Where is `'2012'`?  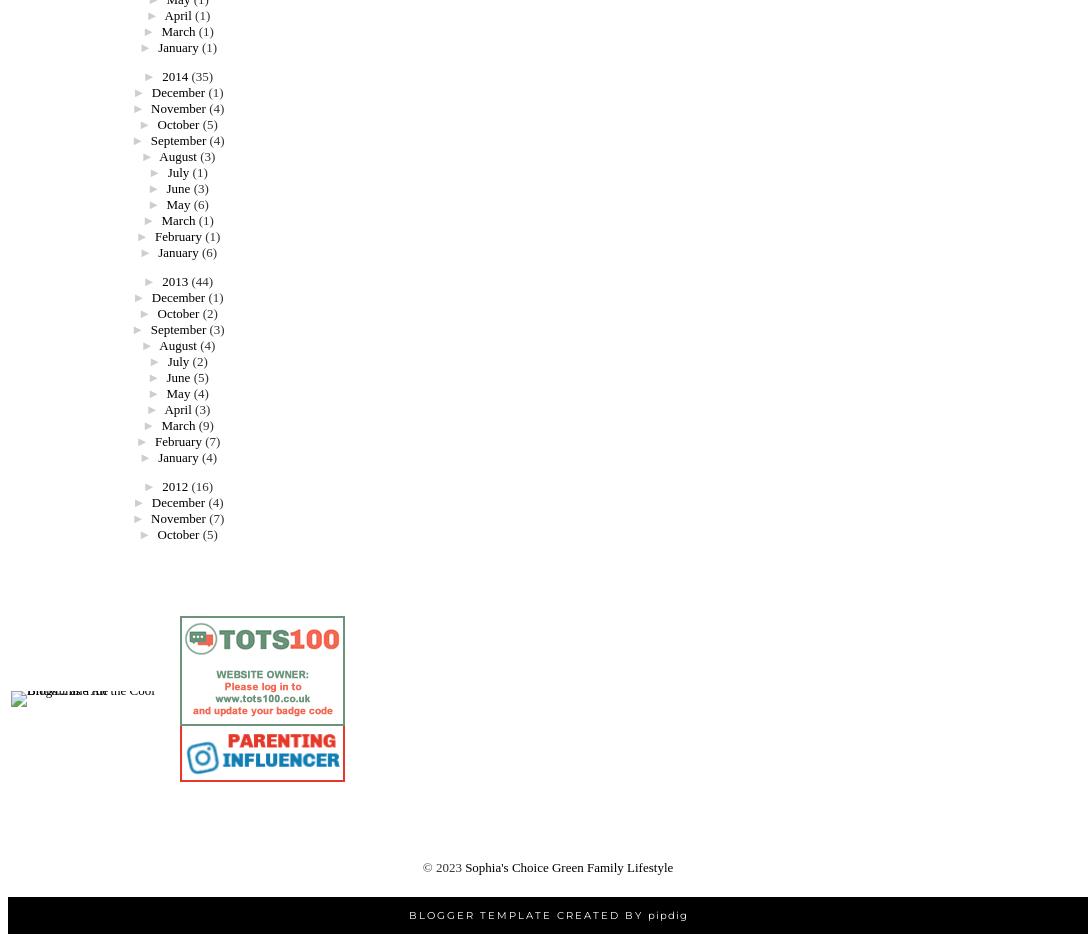
'2012' is located at coordinates (161, 485).